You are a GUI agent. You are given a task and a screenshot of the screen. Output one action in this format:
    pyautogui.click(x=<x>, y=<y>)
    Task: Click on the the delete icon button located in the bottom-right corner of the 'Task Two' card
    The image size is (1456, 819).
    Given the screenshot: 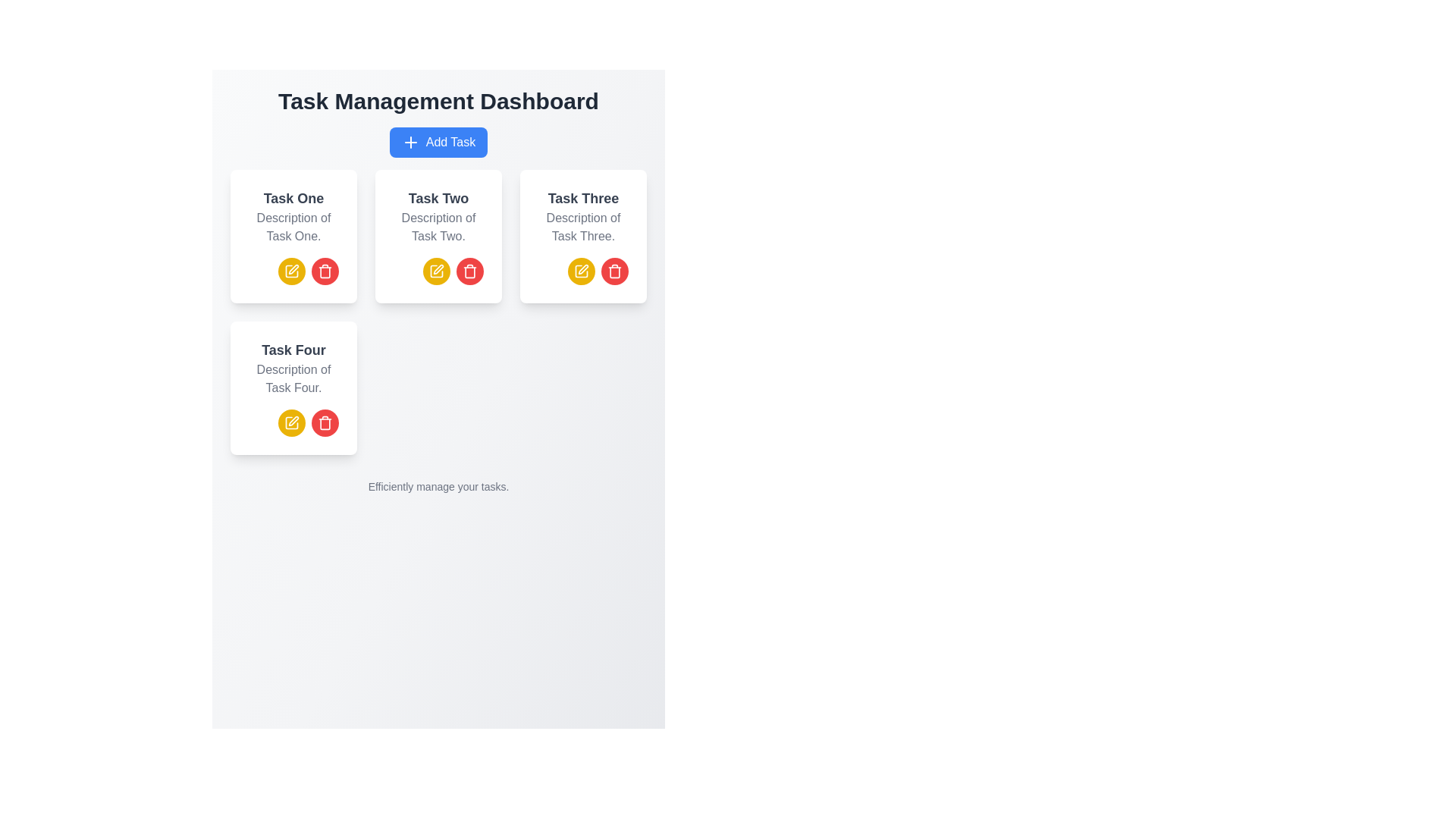 What is the action you would take?
    pyautogui.click(x=469, y=271)
    